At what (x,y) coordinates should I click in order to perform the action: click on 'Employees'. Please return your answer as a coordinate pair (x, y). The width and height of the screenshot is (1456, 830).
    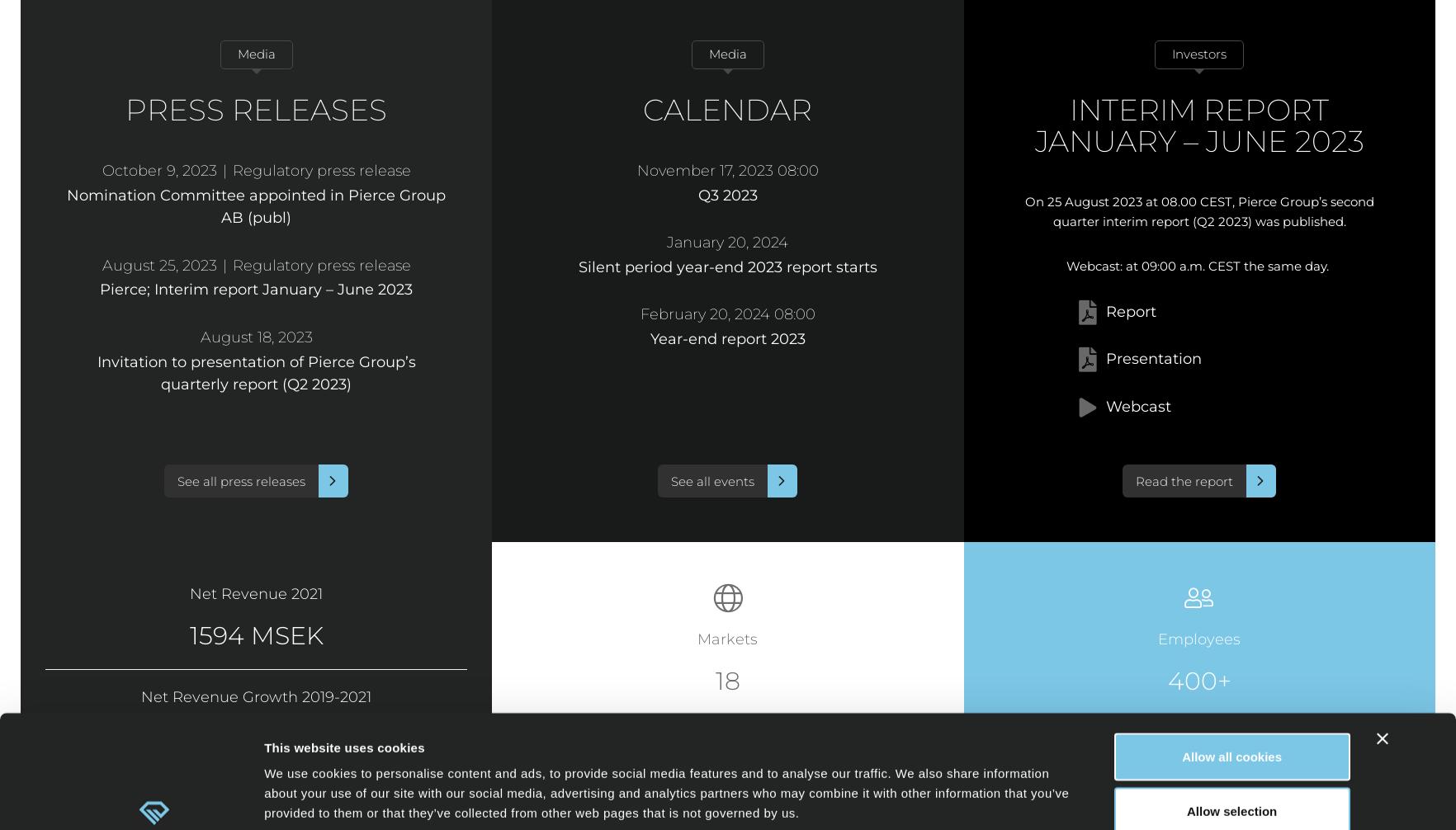
    Looking at the image, I should click on (1199, 639).